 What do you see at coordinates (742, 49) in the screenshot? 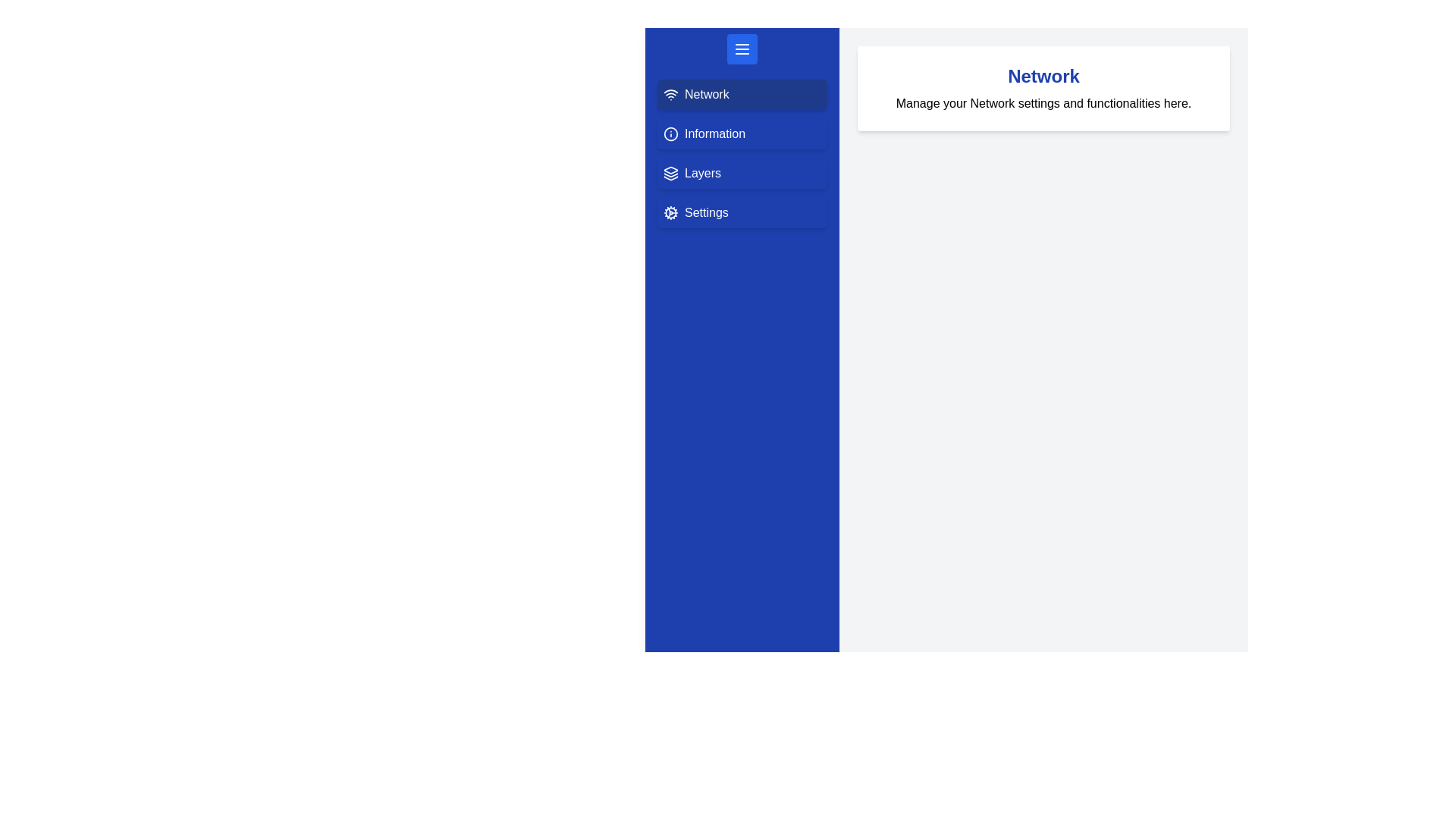
I see `the menu button to toggle the drawer` at bounding box center [742, 49].